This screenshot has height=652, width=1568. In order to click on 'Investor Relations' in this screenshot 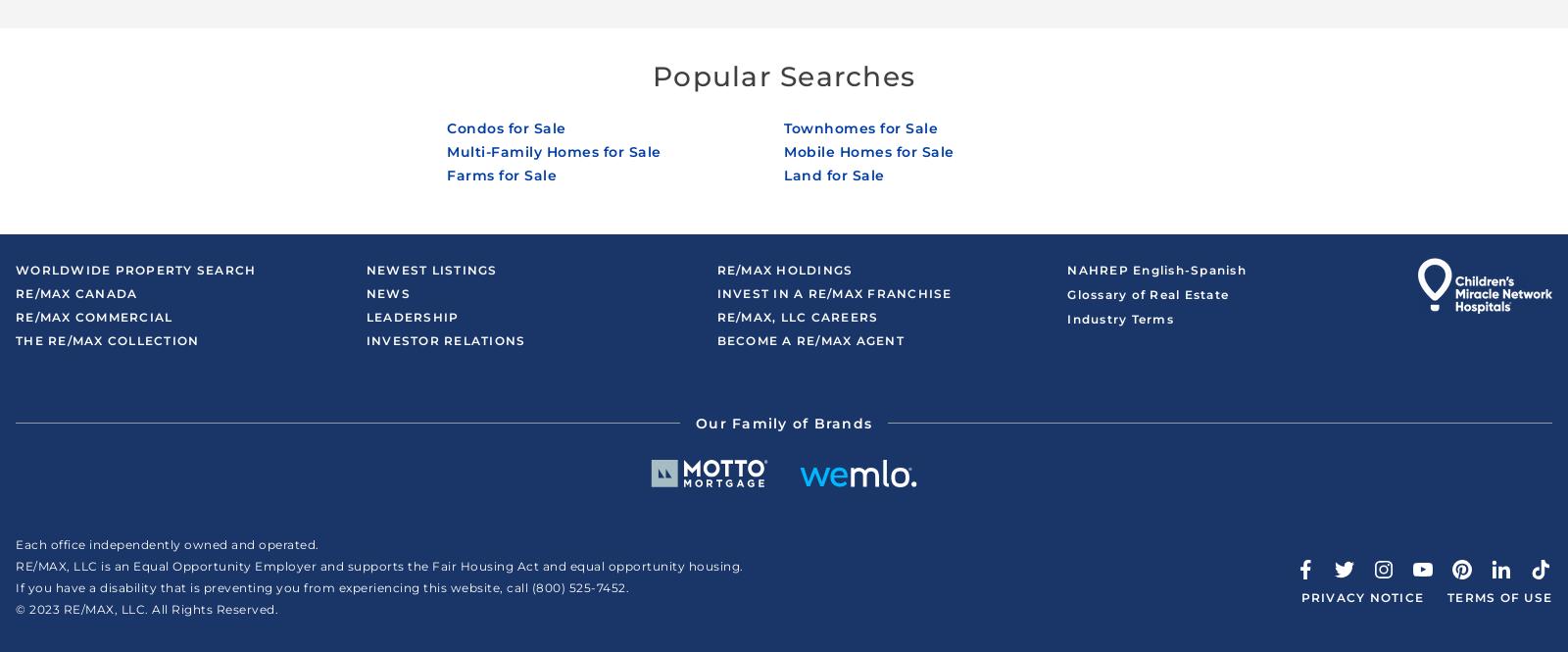, I will do `click(444, 339)`.